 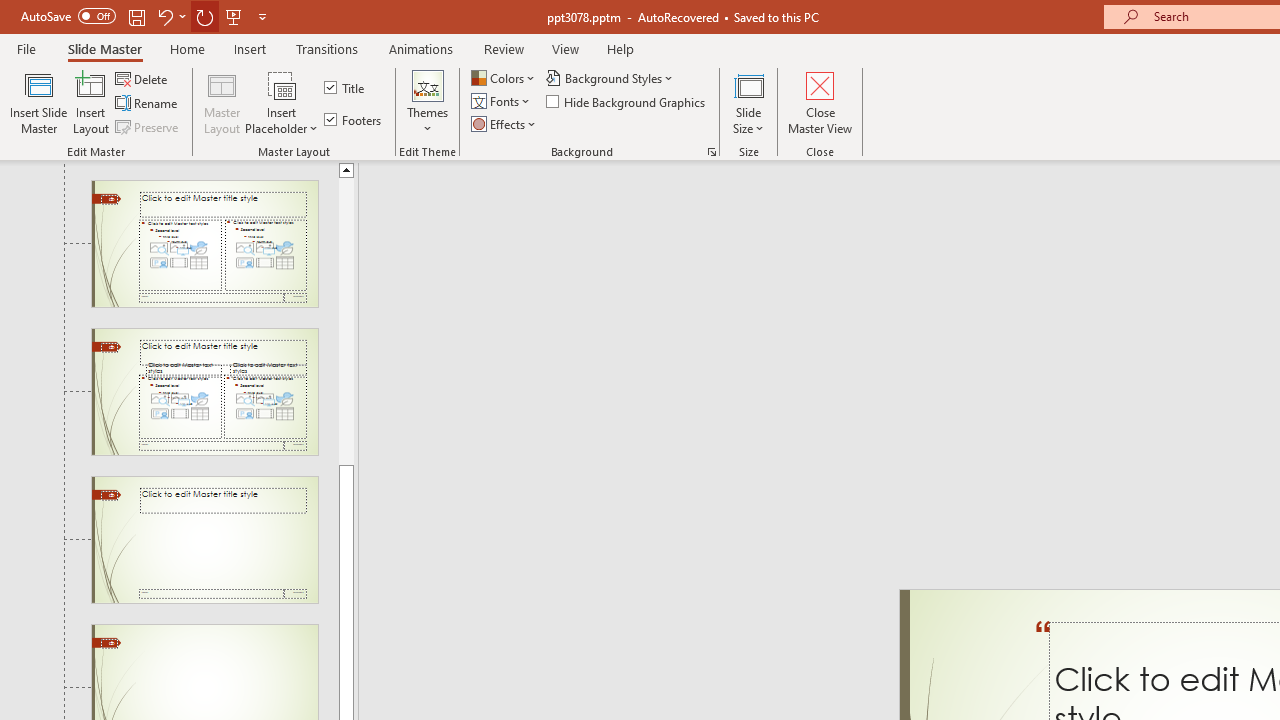 I want to click on 'Hide Background Graphics', so click(x=626, y=101).